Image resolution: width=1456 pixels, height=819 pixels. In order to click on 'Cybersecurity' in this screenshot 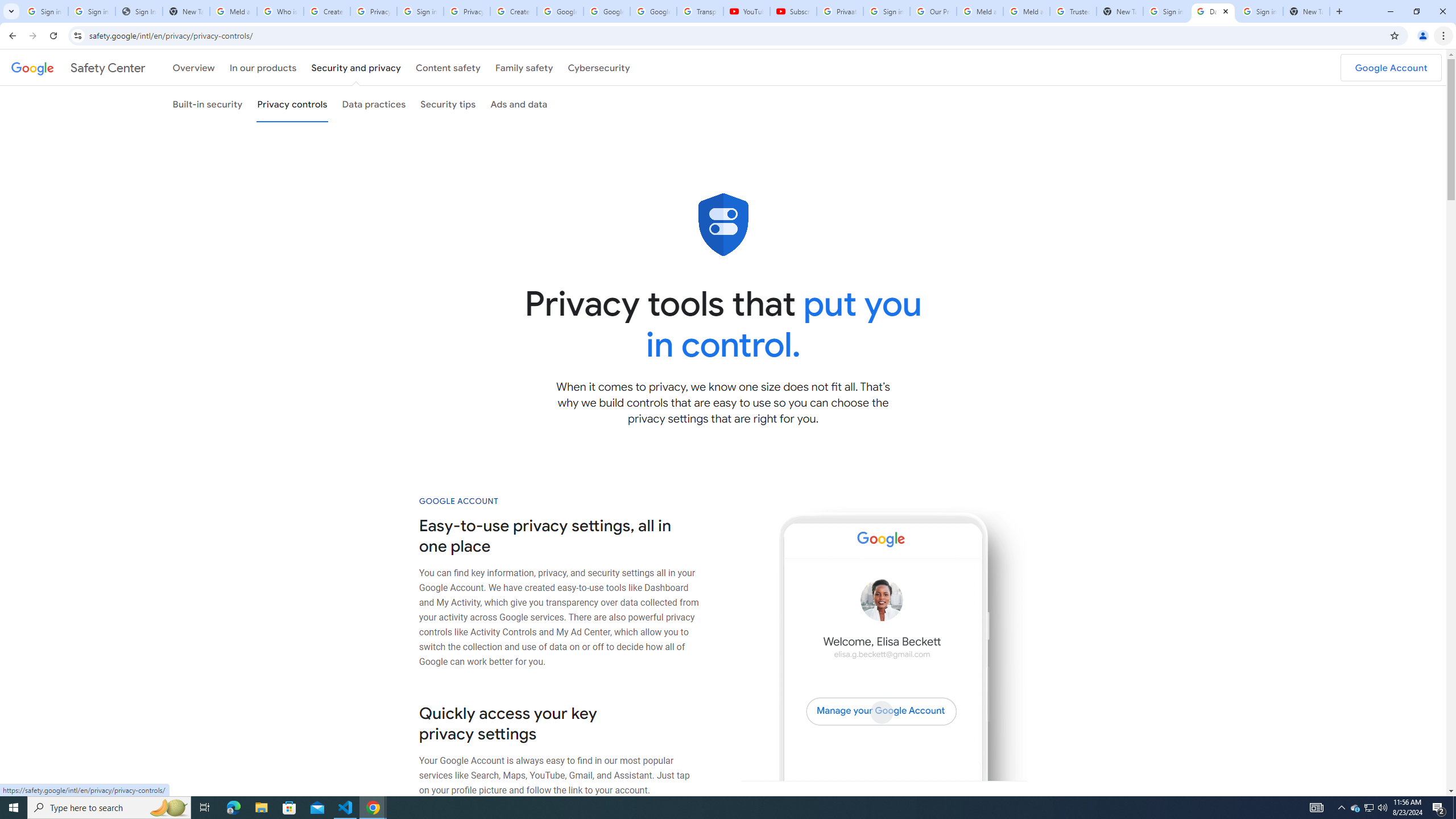, I will do `click(598, 67)`.